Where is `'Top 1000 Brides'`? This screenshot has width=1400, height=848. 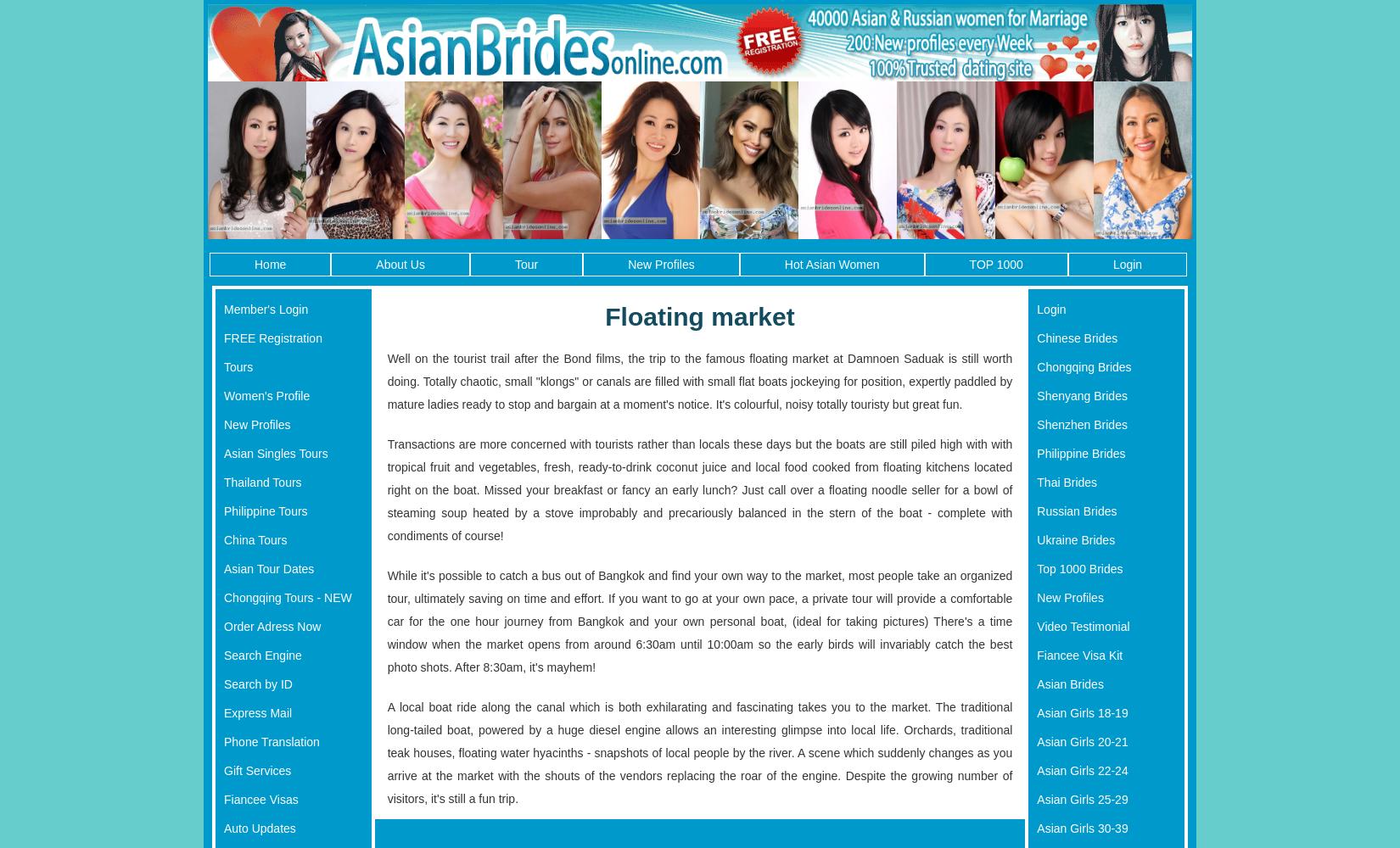
'Top 1000 Brides' is located at coordinates (1036, 568).